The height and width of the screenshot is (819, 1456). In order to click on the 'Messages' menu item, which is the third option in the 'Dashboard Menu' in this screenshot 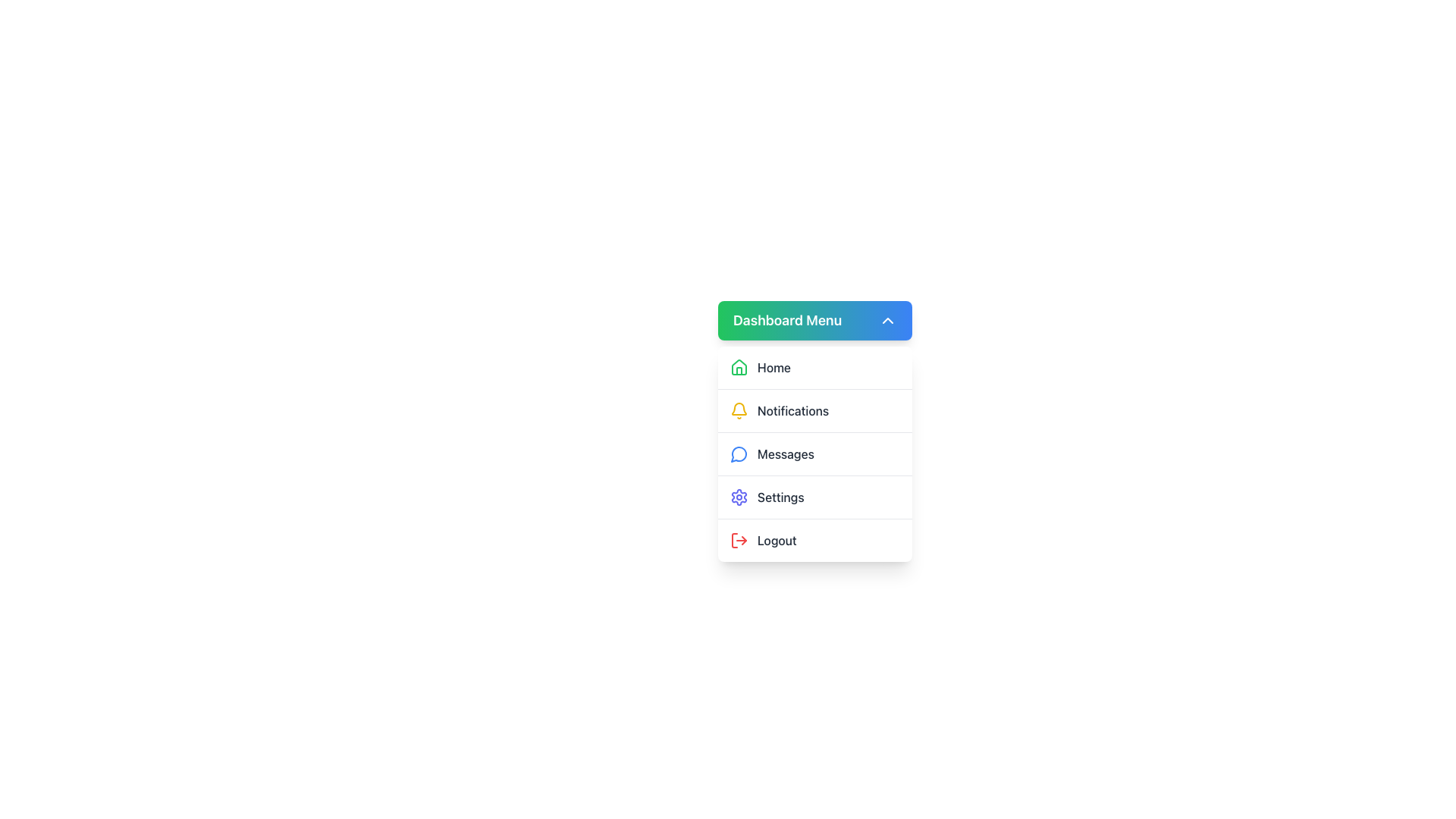, I will do `click(814, 453)`.